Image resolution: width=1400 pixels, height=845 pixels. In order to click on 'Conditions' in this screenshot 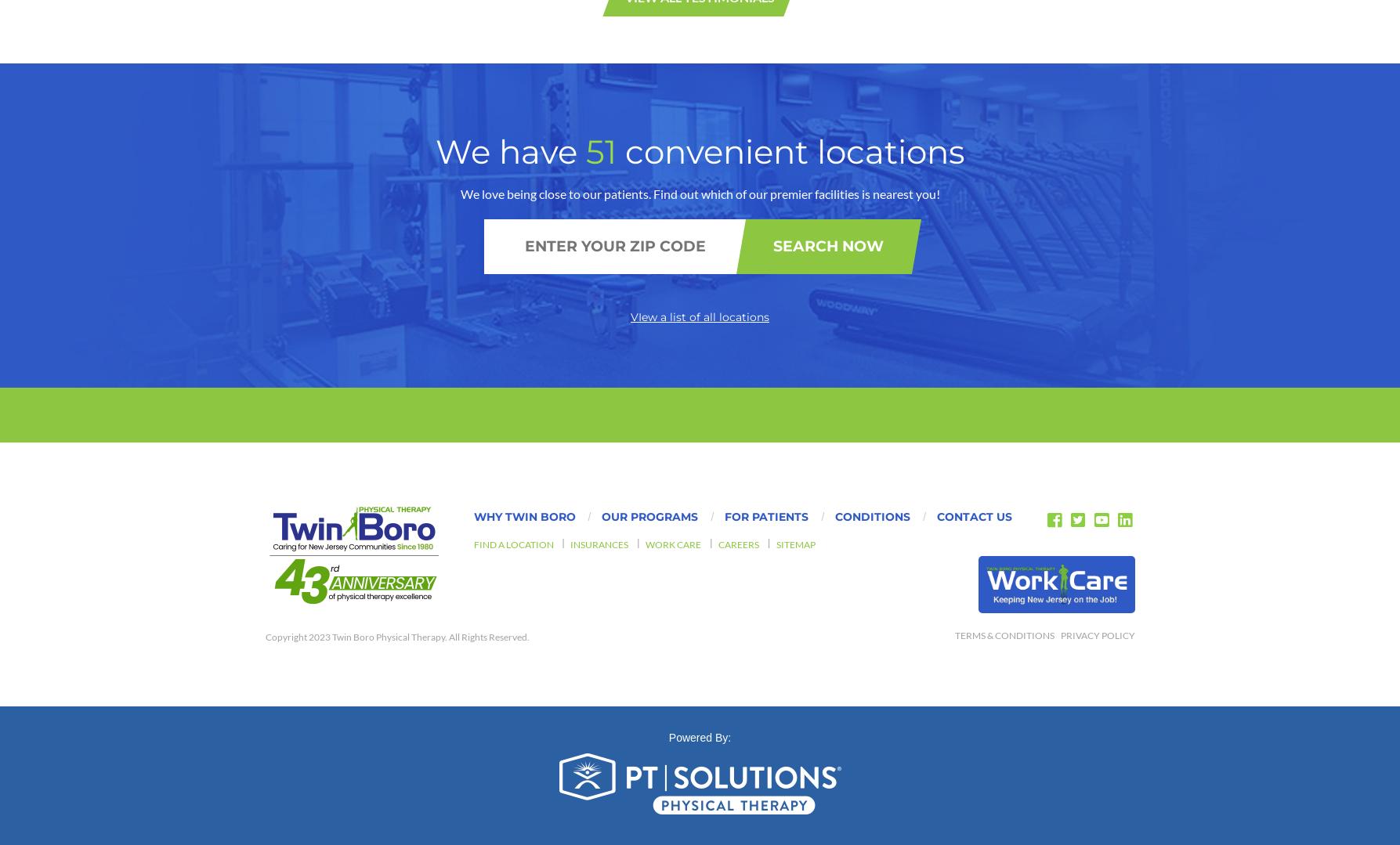, I will do `click(834, 140)`.